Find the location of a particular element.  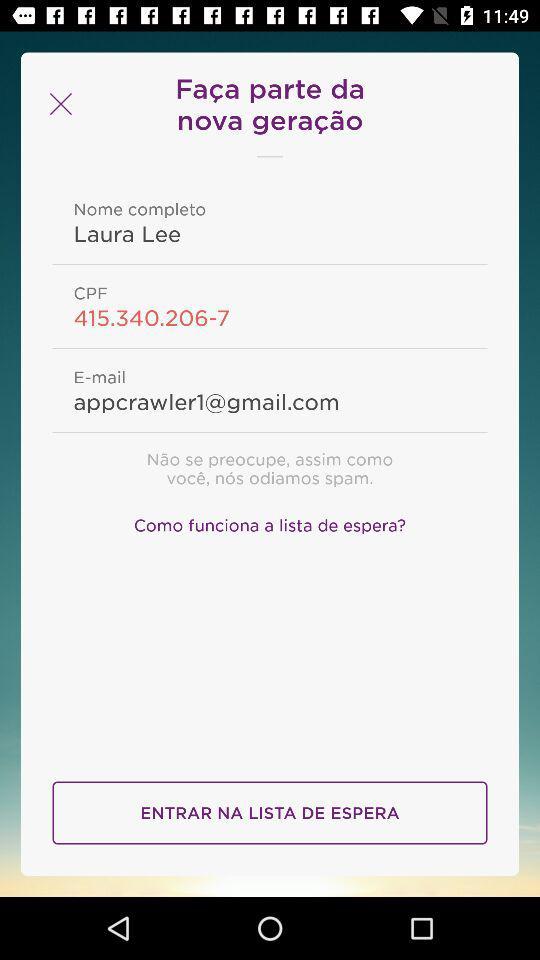

quit the tap is located at coordinates (58, 104).